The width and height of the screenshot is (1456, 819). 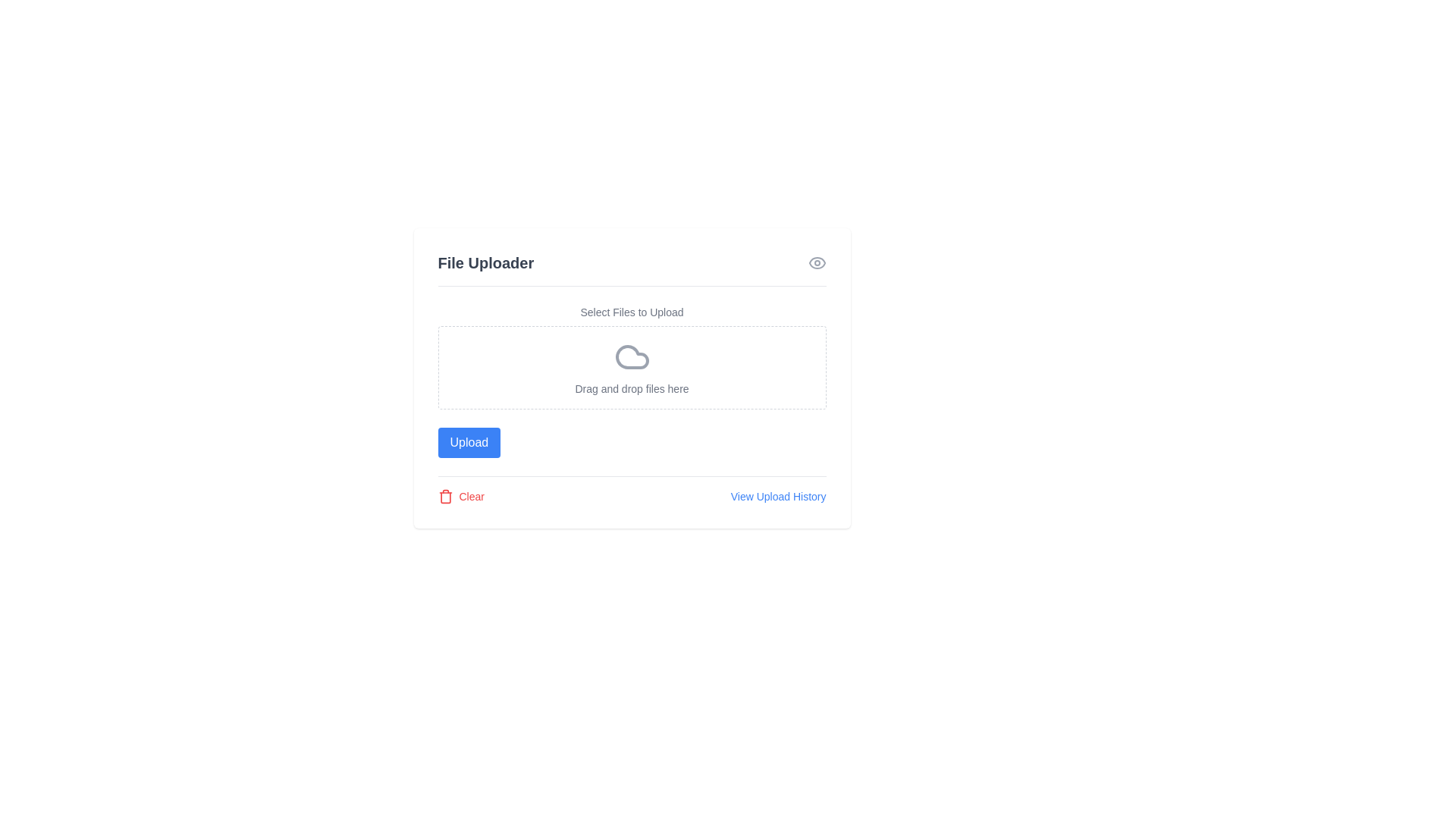 I want to click on the Trash Can icon, which represents delete functionality in the file uploader interface, located near the 'Clear' button, so click(x=444, y=497).